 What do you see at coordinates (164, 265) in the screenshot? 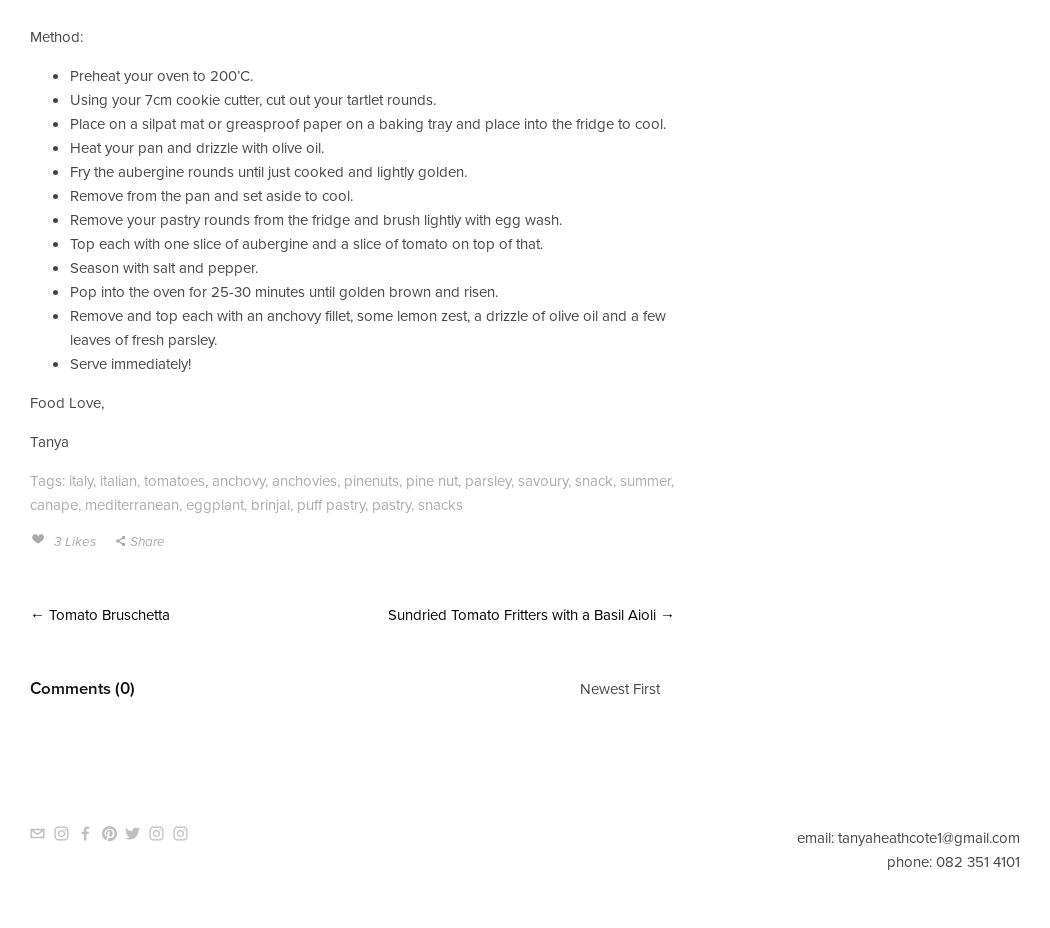
I see `'Season with salt and pepper.'` at bounding box center [164, 265].